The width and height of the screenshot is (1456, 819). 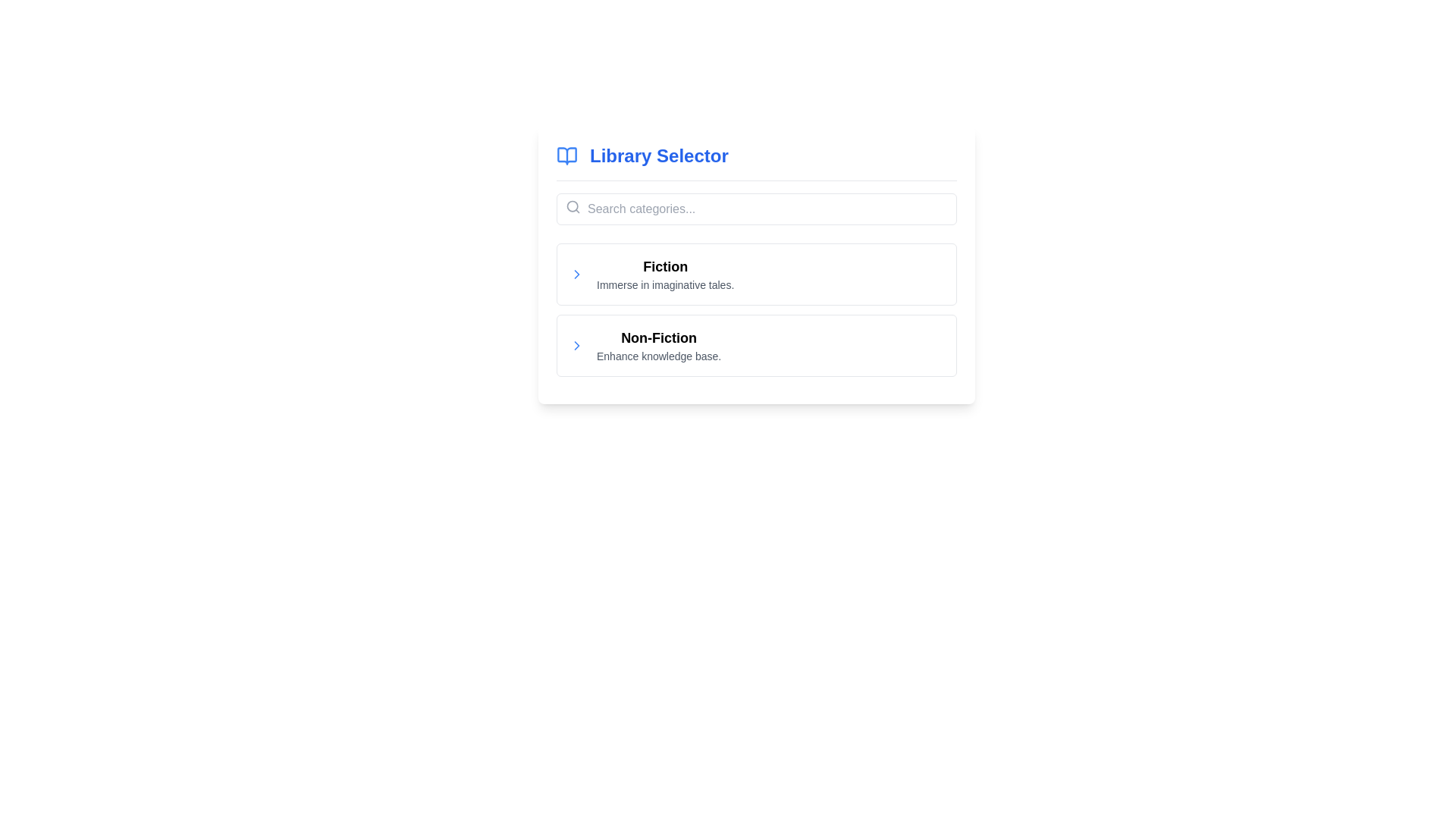 I want to click on the open book icon, which is blue and located within the 'Library Selector' visual group, positioned to the left of the title text, so click(x=566, y=155).